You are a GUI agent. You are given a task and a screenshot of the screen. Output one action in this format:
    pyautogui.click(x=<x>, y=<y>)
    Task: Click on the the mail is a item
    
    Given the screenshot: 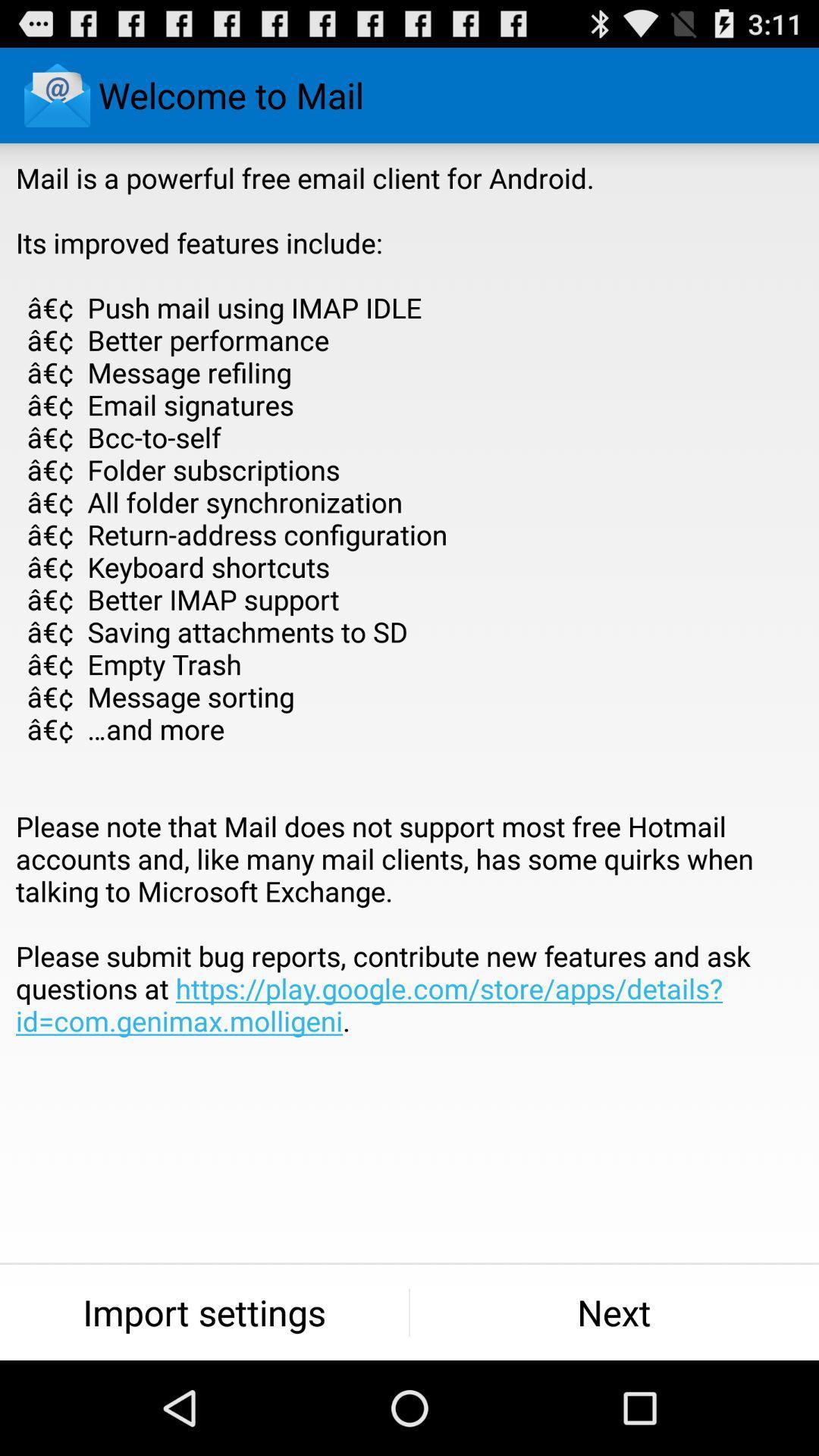 What is the action you would take?
    pyautogui.click(x=409, y=632)
    